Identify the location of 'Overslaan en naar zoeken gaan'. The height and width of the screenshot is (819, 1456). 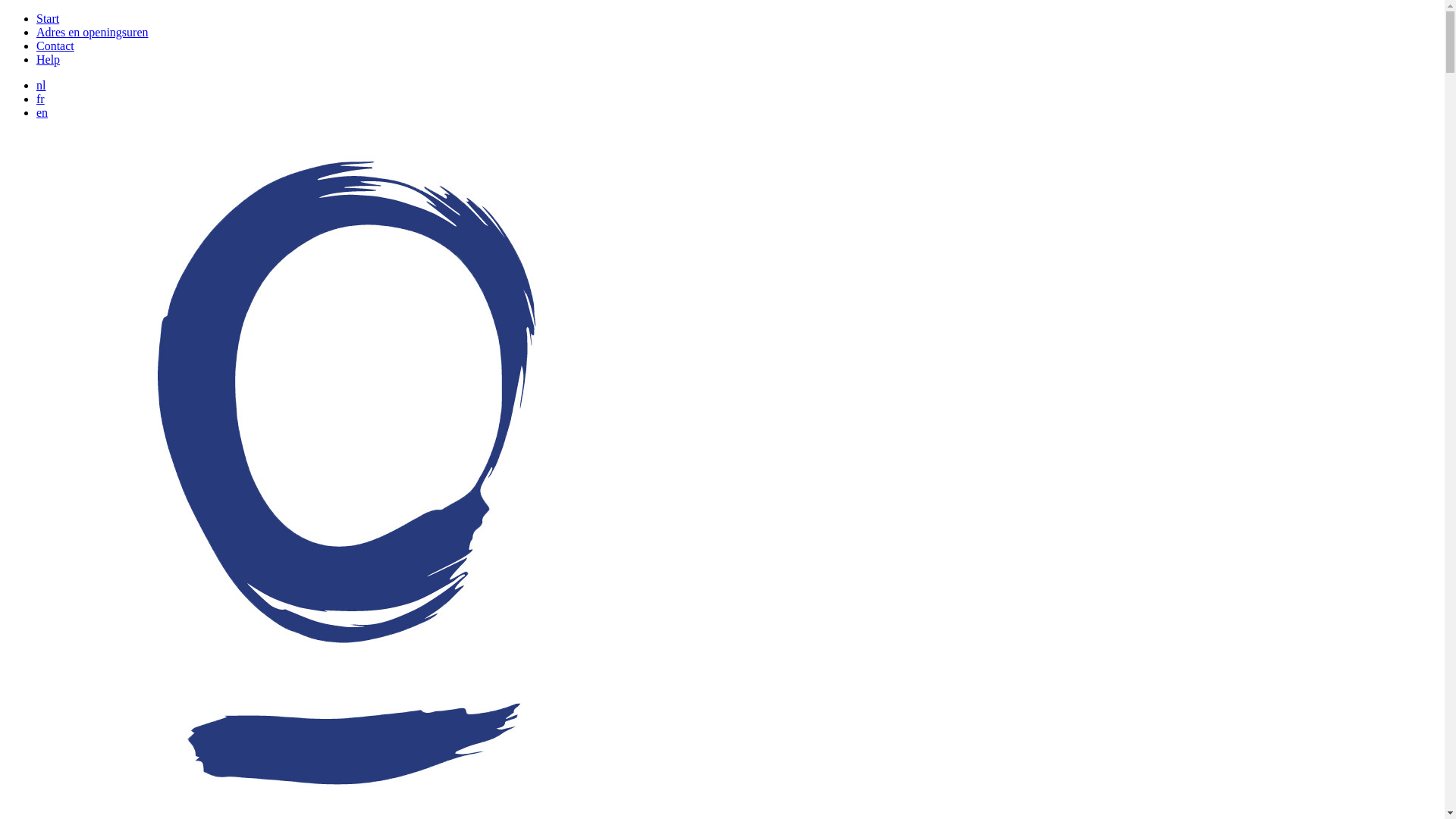
(6, 12).